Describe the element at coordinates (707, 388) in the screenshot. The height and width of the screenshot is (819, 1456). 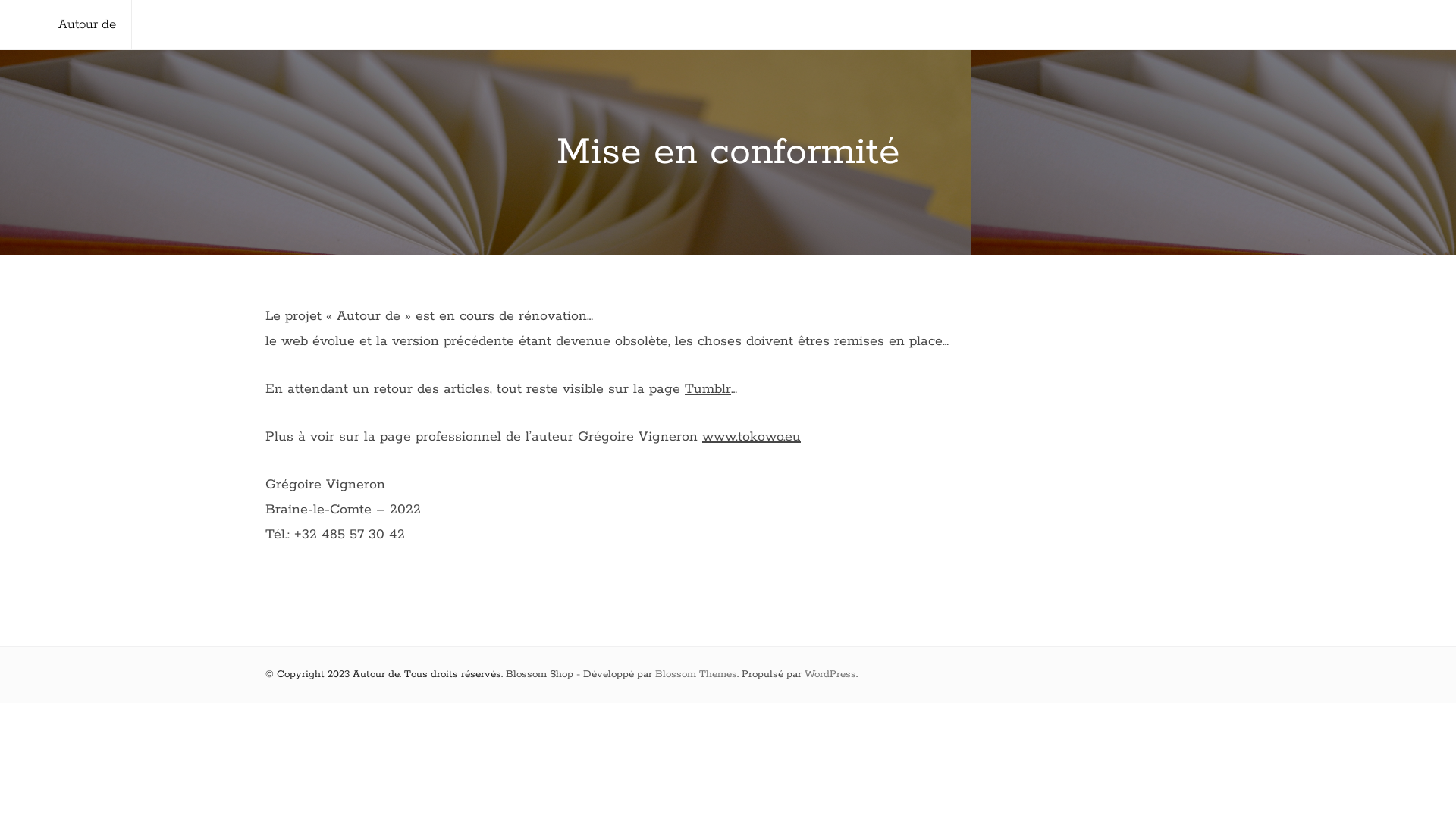
I see `'Tumblr'` at that location.